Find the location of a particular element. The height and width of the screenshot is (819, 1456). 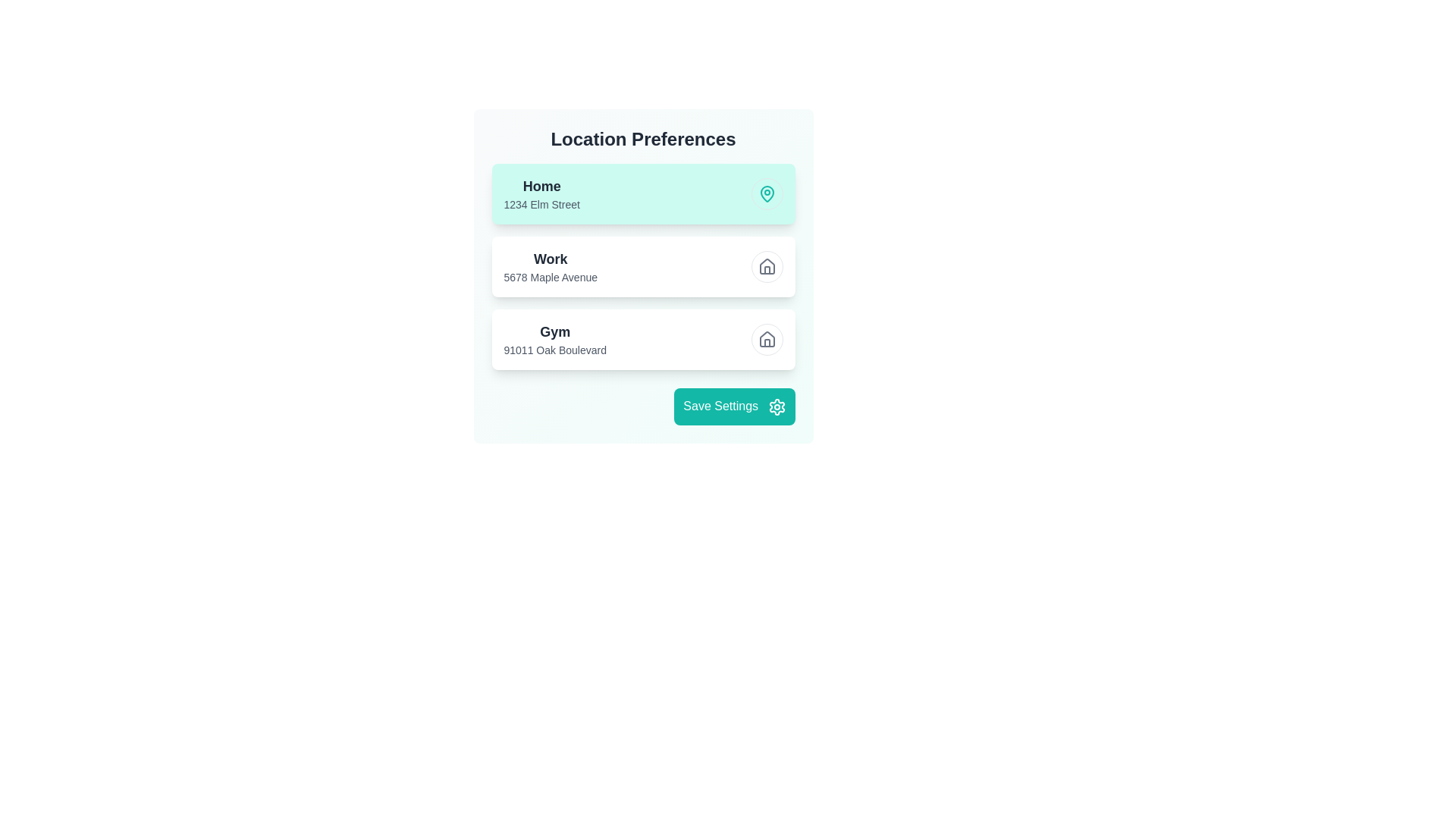

'Save Settings' button to save the changes is located at coordinates (734, 406).